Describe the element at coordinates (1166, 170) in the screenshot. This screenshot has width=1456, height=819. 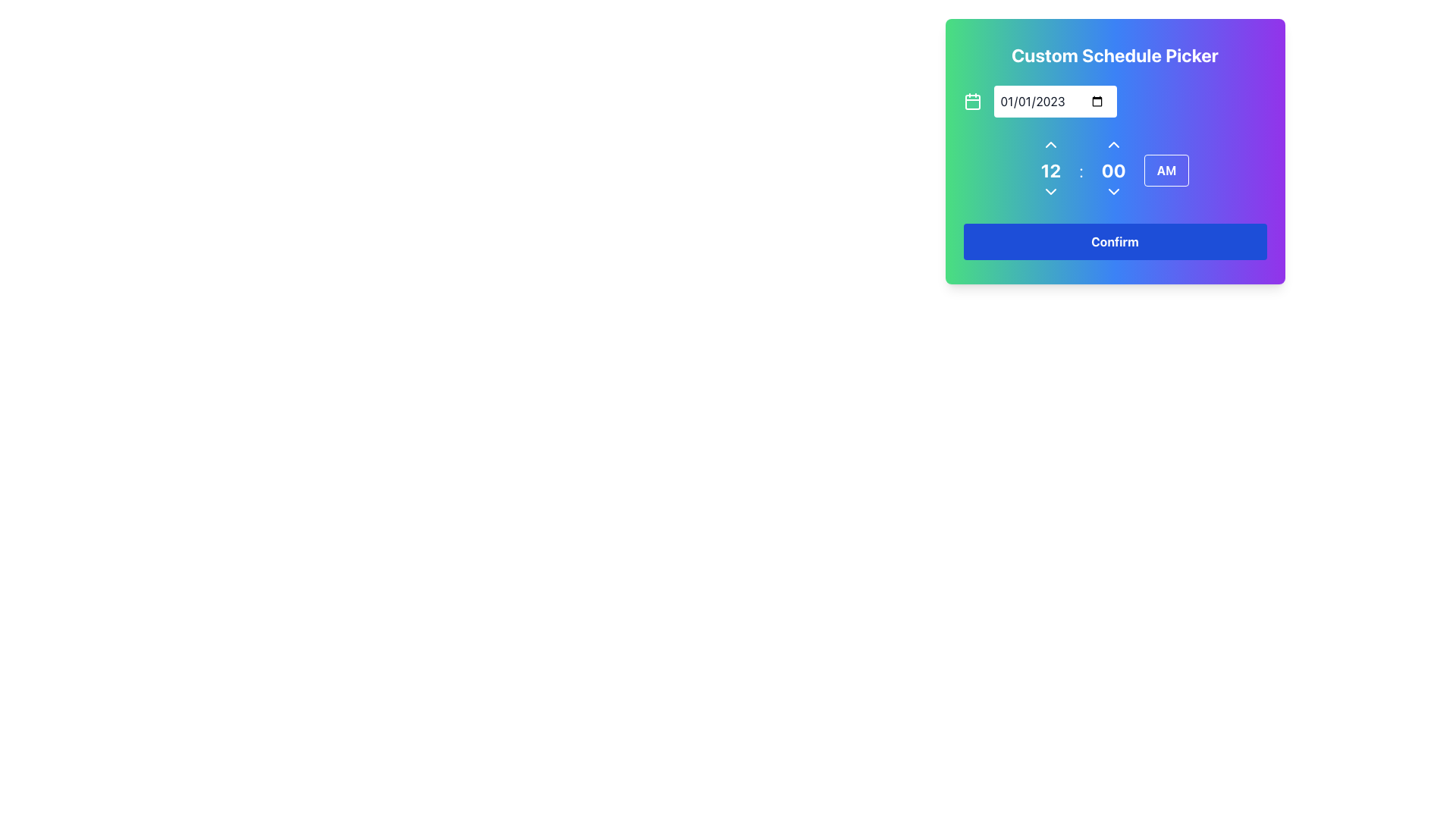
I see `the rectangular button with rounded corners labeled 'AM' in bold white font, located at the bottom-right corner of the time selection interface` at that location.